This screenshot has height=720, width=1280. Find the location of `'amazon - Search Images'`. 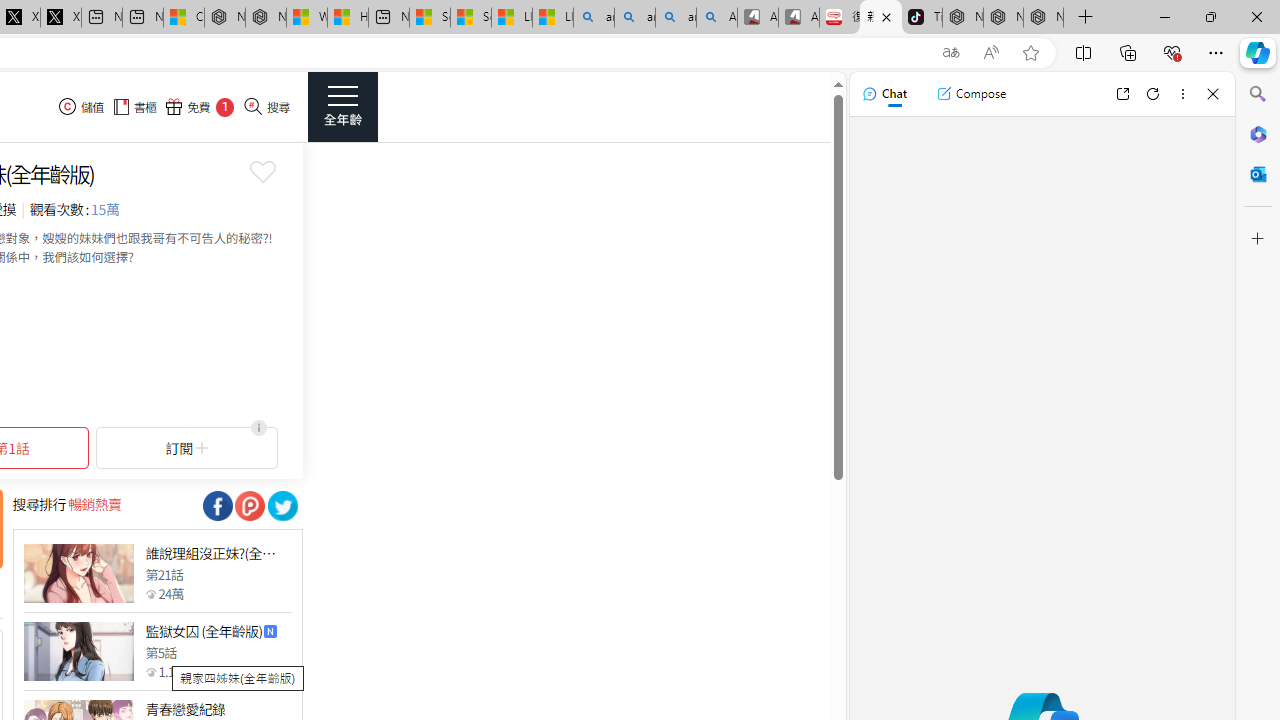

'amazon - Search Images' is located at coordinates (675, 17).